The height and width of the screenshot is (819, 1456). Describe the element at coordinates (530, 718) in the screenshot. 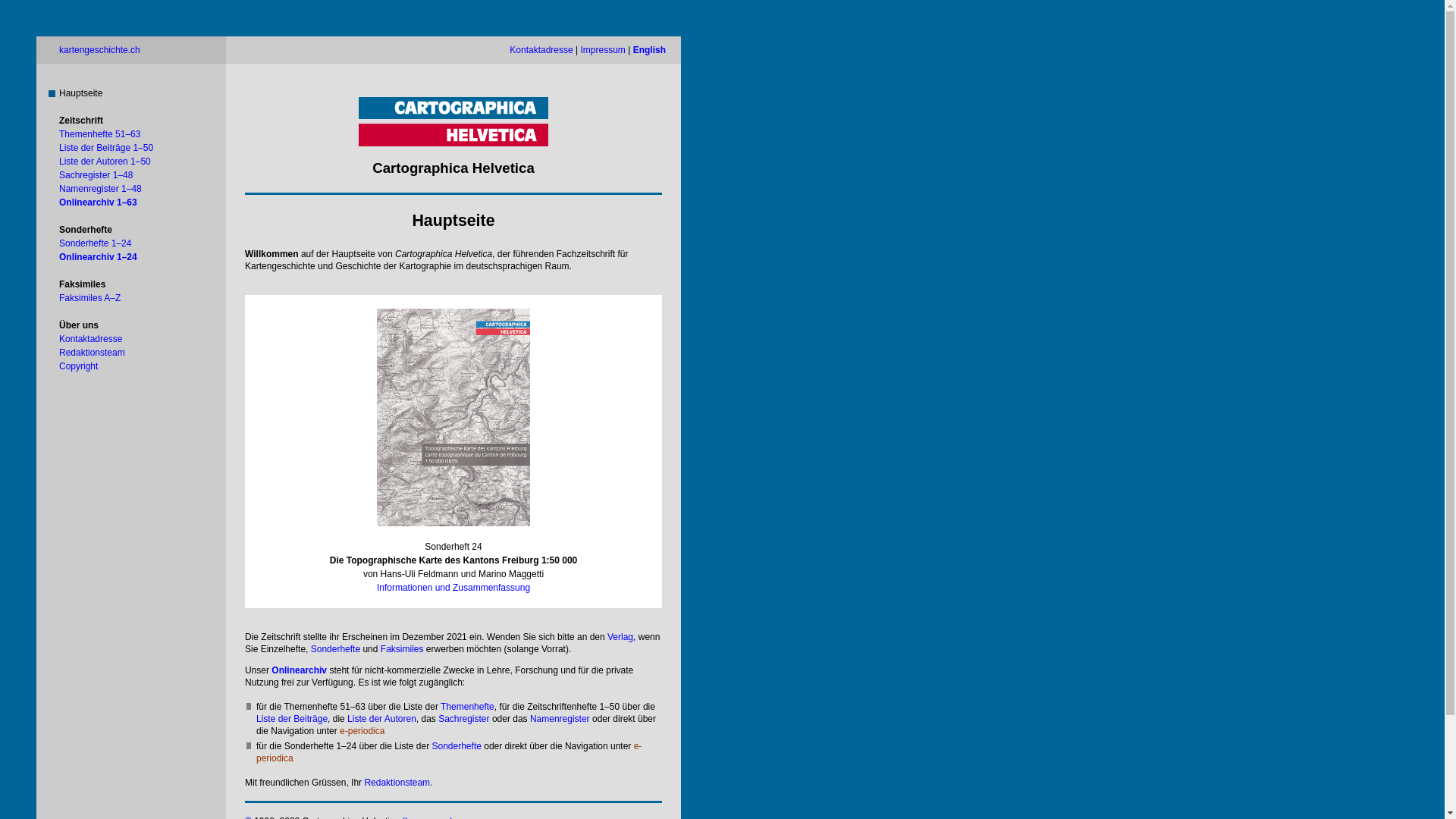

I see `'Namenregister'` at that location.